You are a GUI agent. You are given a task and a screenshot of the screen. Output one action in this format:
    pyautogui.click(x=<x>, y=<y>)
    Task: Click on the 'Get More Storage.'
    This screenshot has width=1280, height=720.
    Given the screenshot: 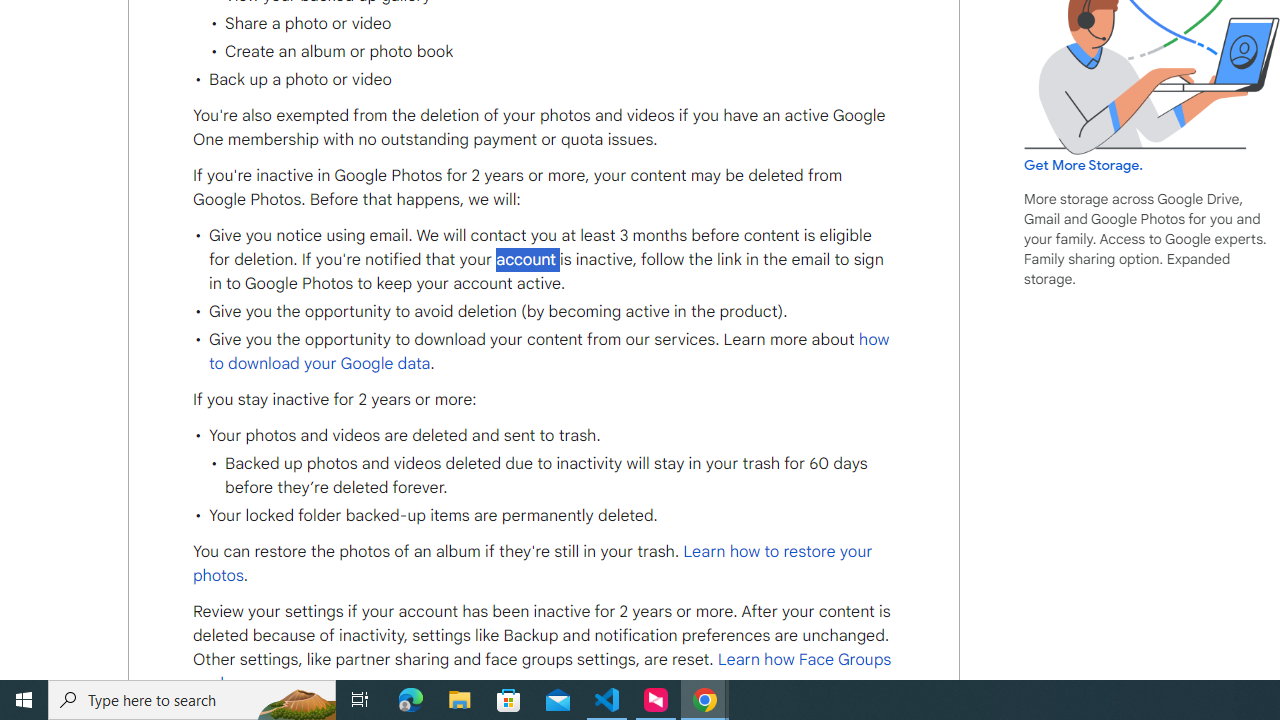 What is the action you would take?
    pyautogui.click(x=1082, y=164)
    